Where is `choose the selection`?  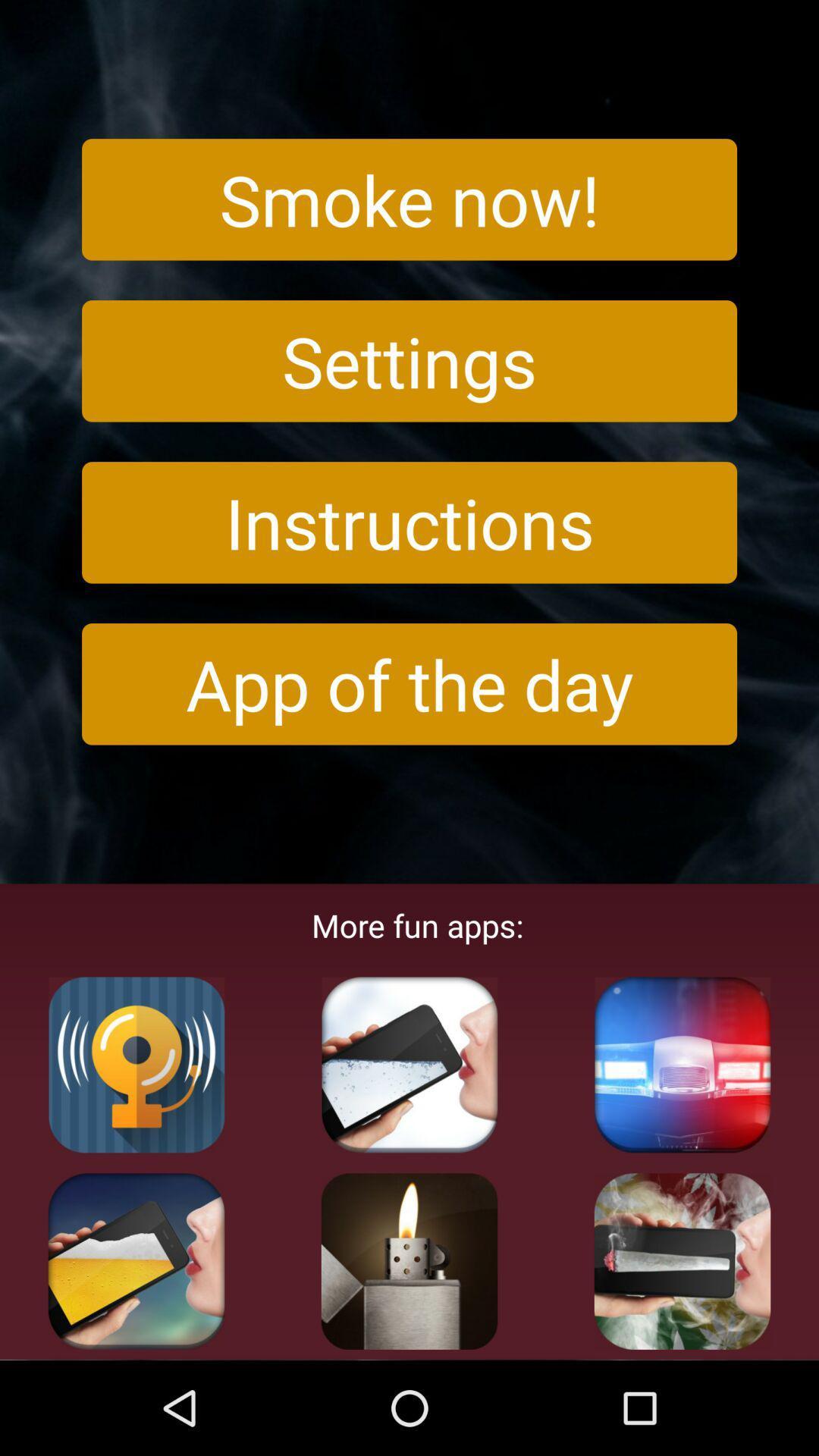
choose the selection is located at coordinates (409, 1064).